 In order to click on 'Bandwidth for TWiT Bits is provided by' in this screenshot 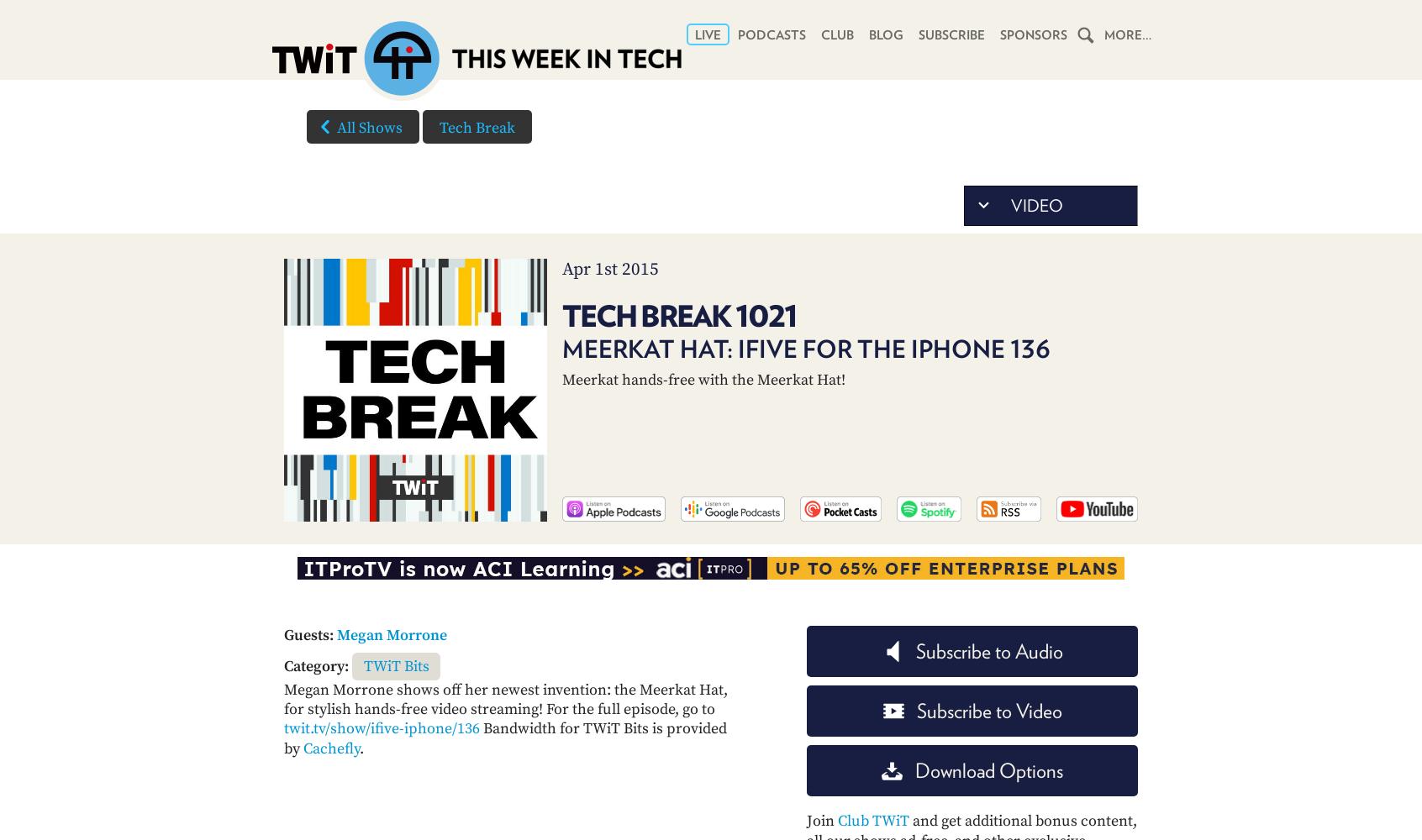, I will do `click(504, 738)`.